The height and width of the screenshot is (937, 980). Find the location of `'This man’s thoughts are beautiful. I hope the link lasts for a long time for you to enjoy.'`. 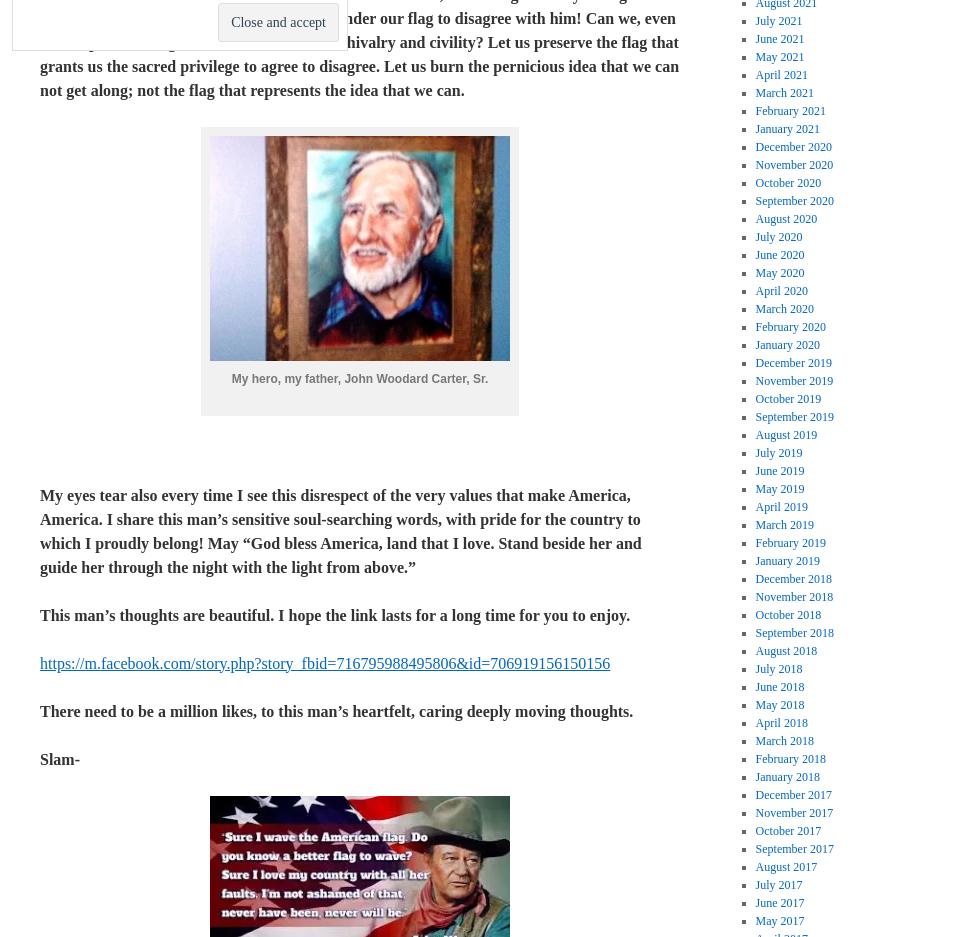

'This man’s thoughts are beautiful. I hope the link lasts for a long time for you to enjoy.' is located at coordinates (39, 614).